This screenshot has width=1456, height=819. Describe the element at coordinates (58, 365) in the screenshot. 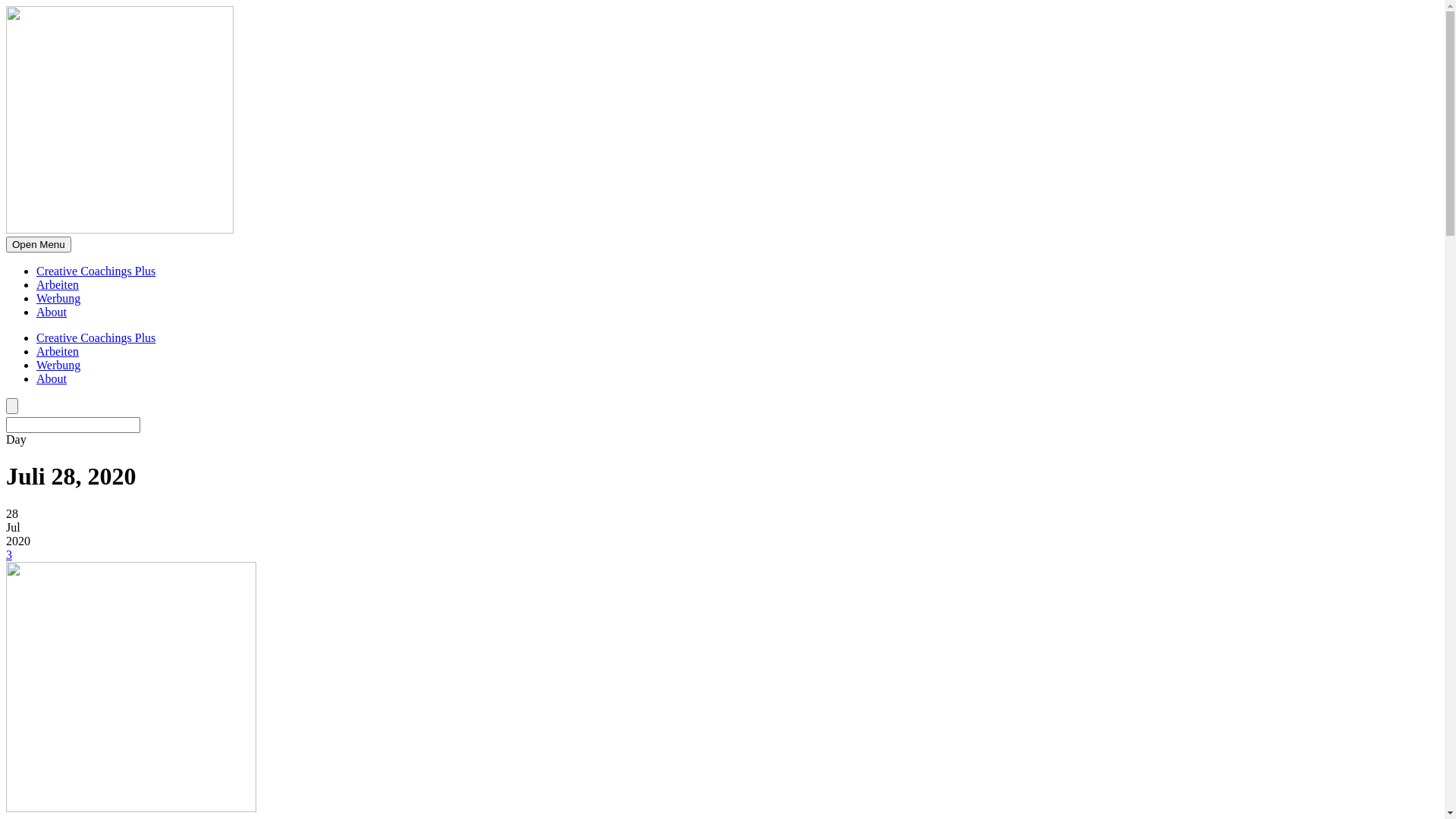

I see `'Werbung'` at that location.